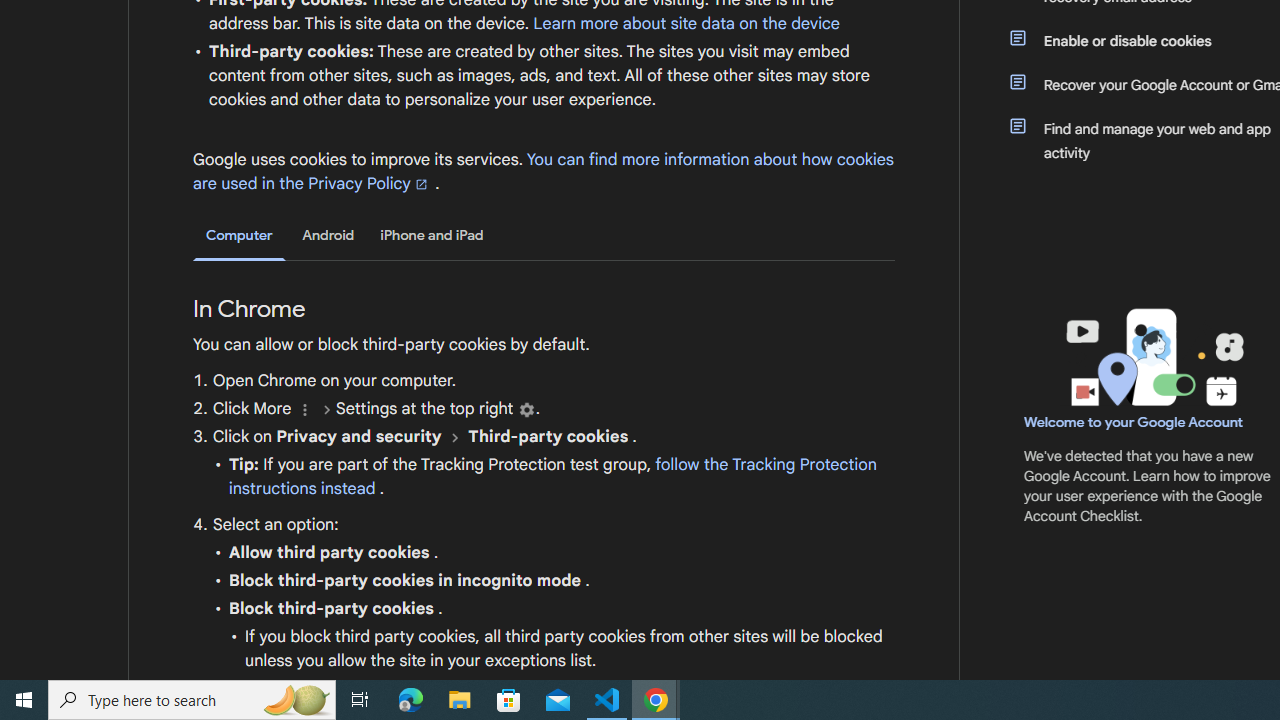 This screenshot has height=720, width=1280. I want to click on 'Learn more about site data on the device', so click(686, 23).